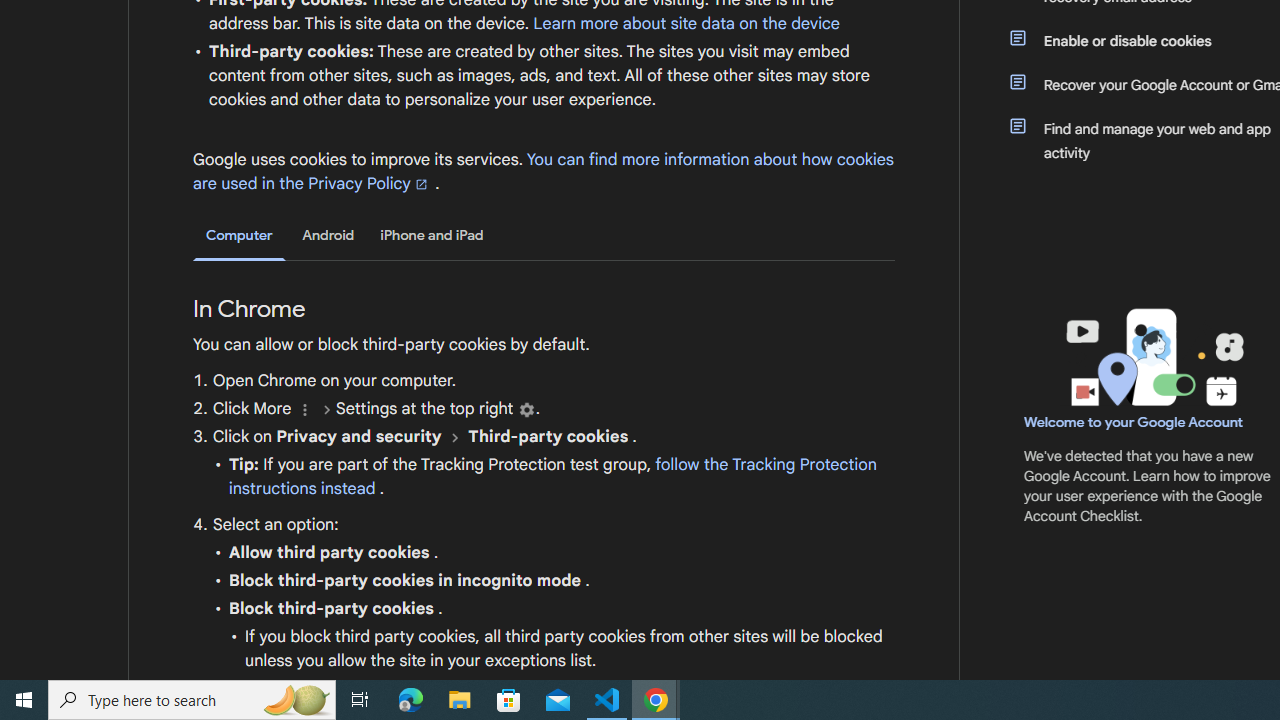 This screenshot has height=720, width=1280. I want to click on 'Learn more about site data on the device', so click(686, 23).